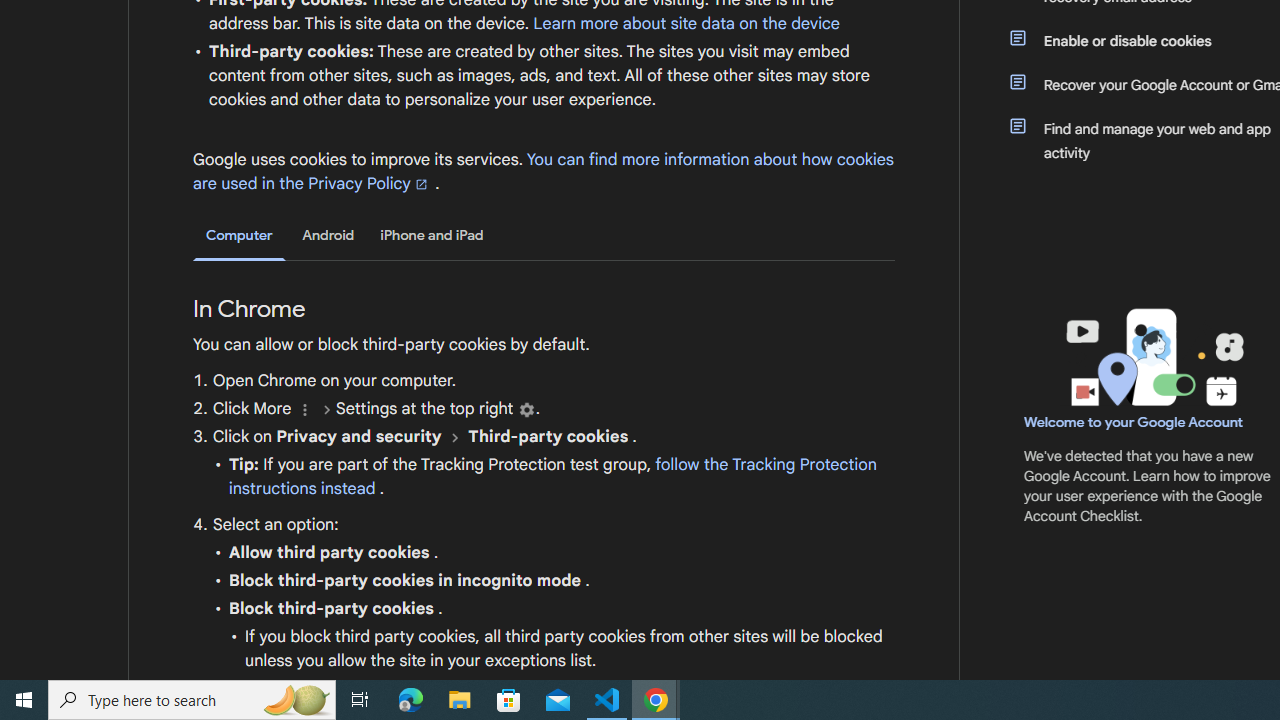 This screenshot has height=720, width=1280. I want to click on 'Learn more about site data on the device', so click(686, 23).